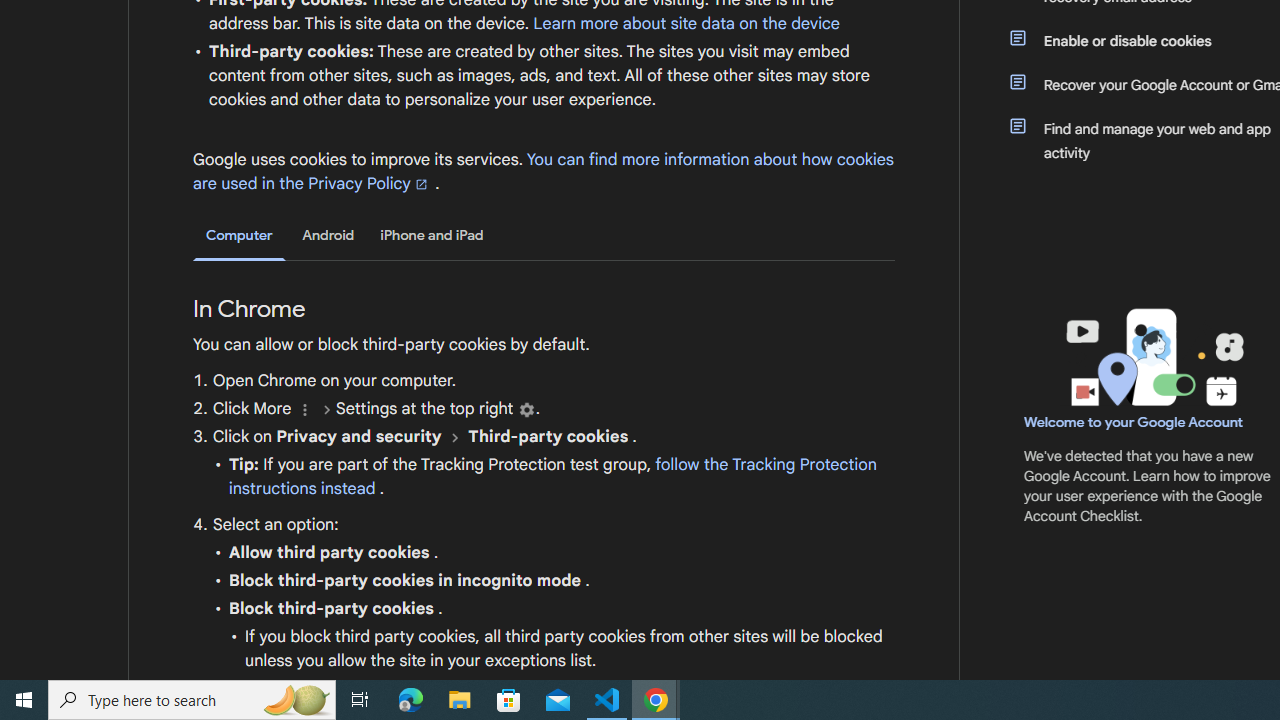 This screenshot has height=720, width=1280. I want to click on 'Learn more about site data on the device', so click(686, 23).